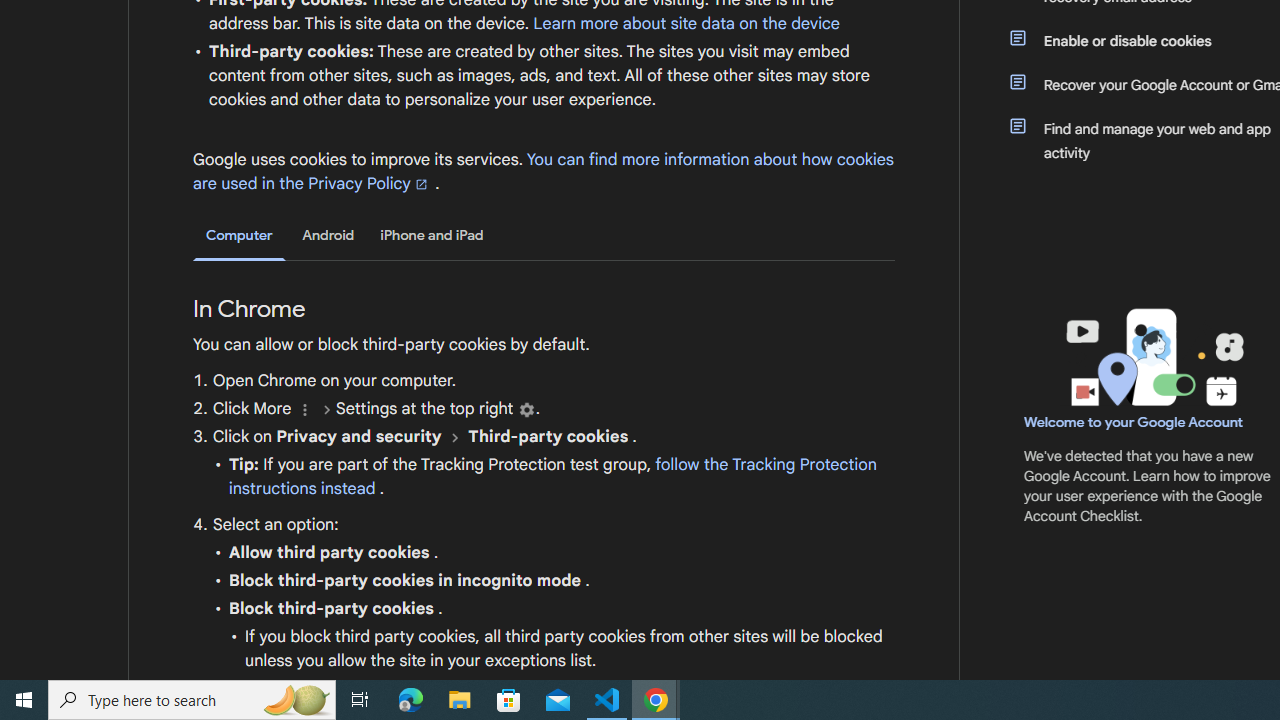 This screenshot has height=720, width=1280. I want to click on 'Learn more about site data on the device', so click(686, 23).